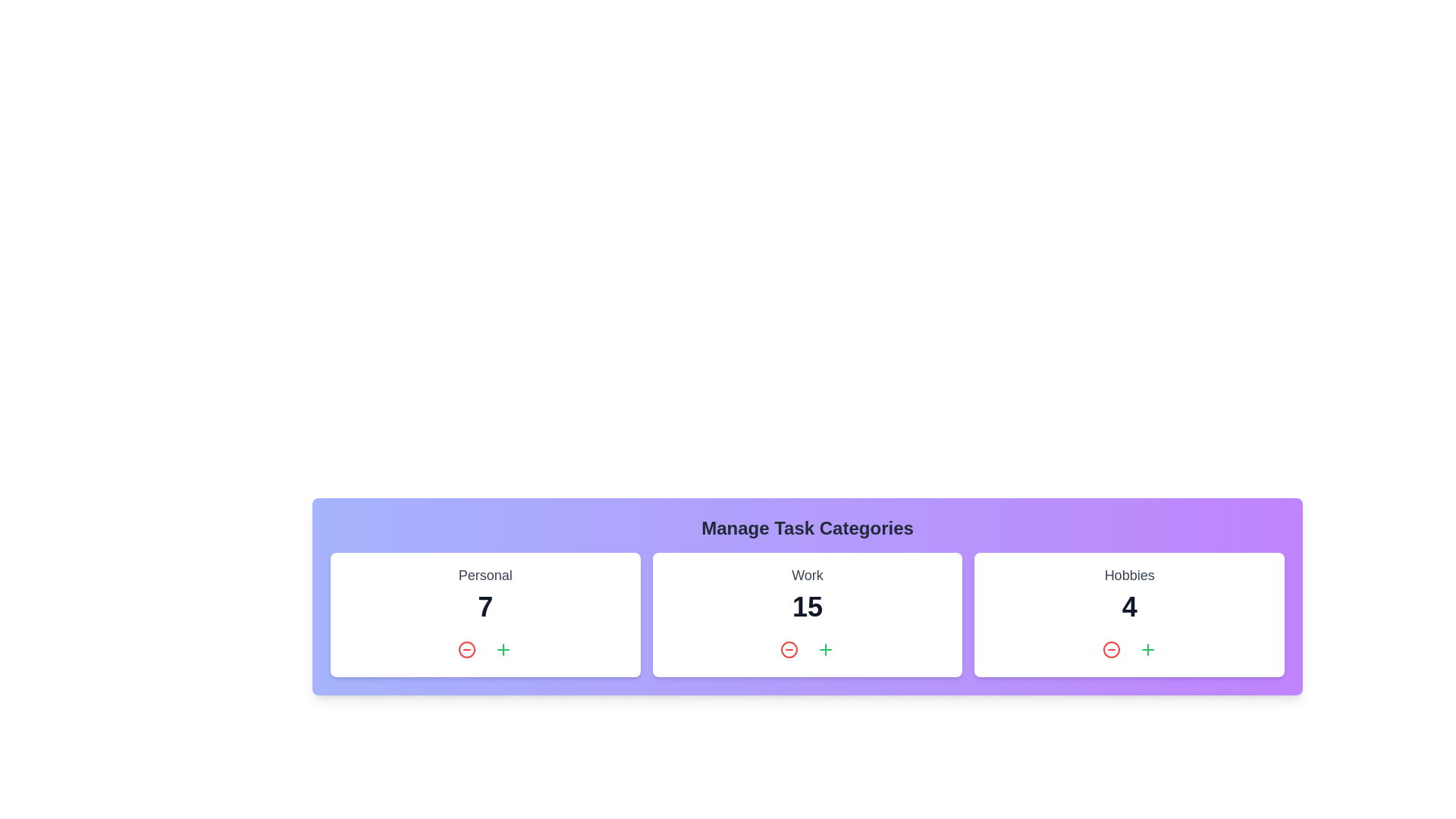  I want to click on 'Minus' button in the 'Hobbies' category, so click(1111, 648).